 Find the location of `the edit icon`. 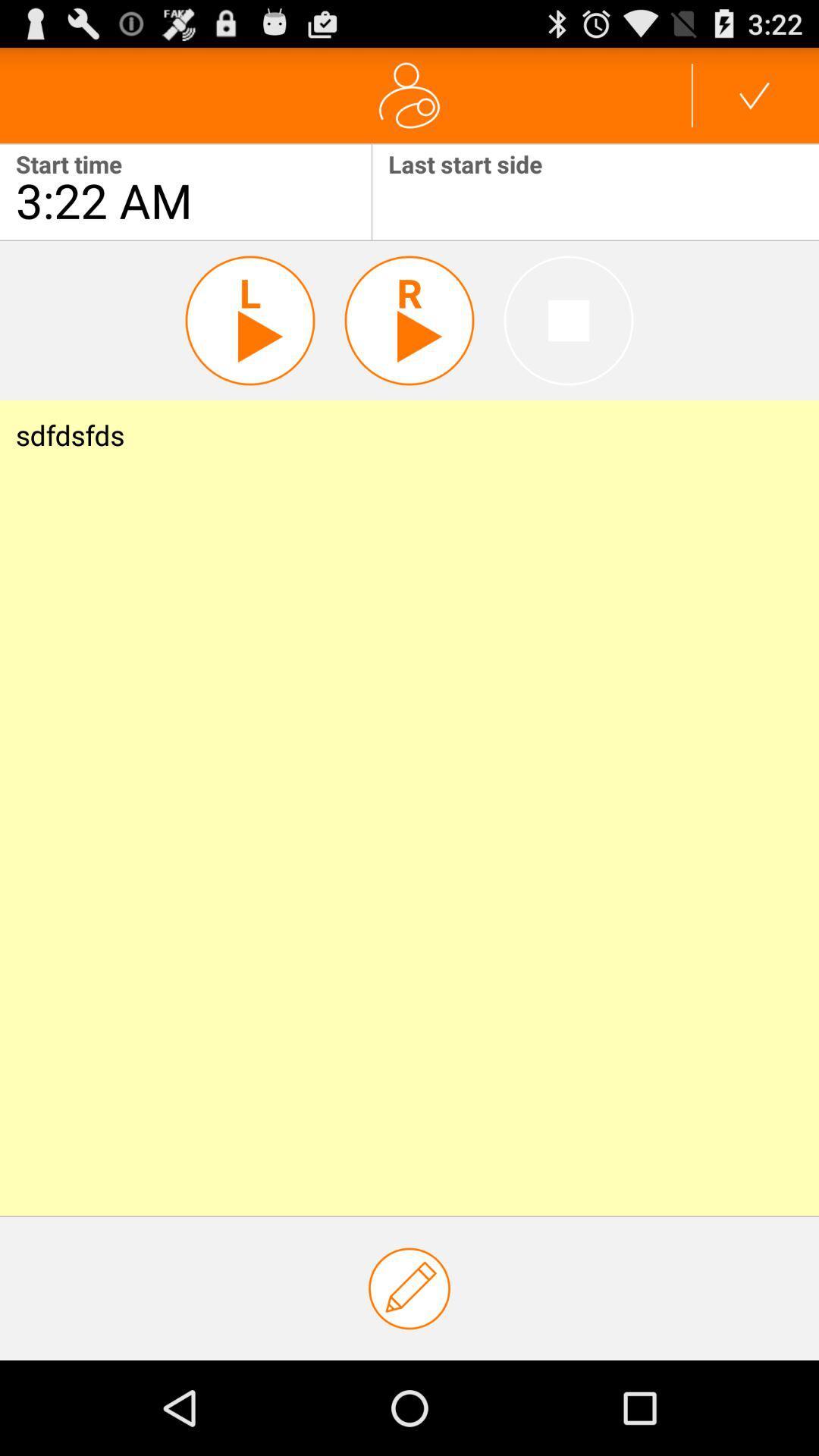

the edit icon is located at coordinates (409, 1379).